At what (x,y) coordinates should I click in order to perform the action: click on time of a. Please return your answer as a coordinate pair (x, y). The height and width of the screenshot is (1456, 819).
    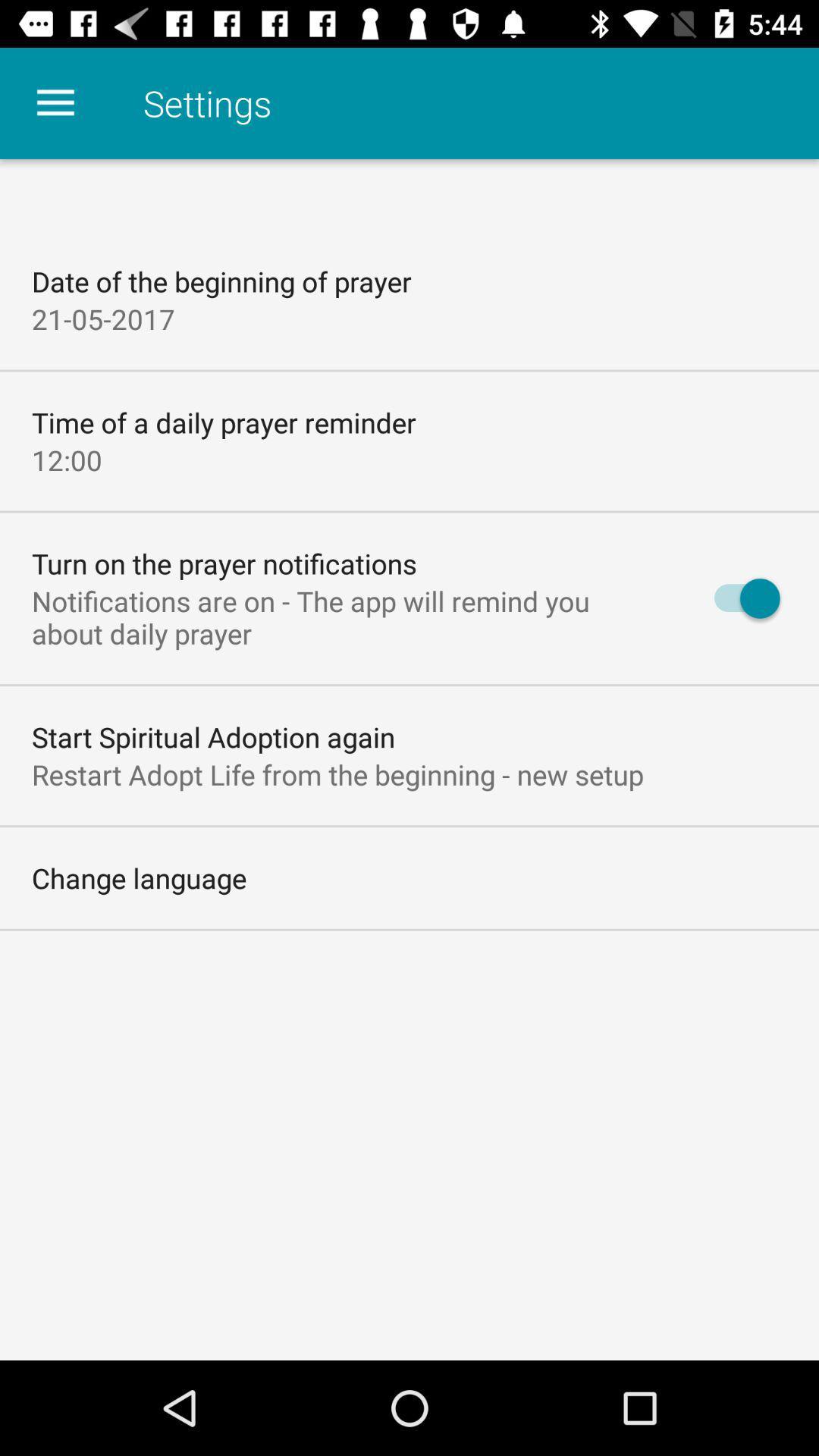
    Looking at the image, I should click on (224, 422).